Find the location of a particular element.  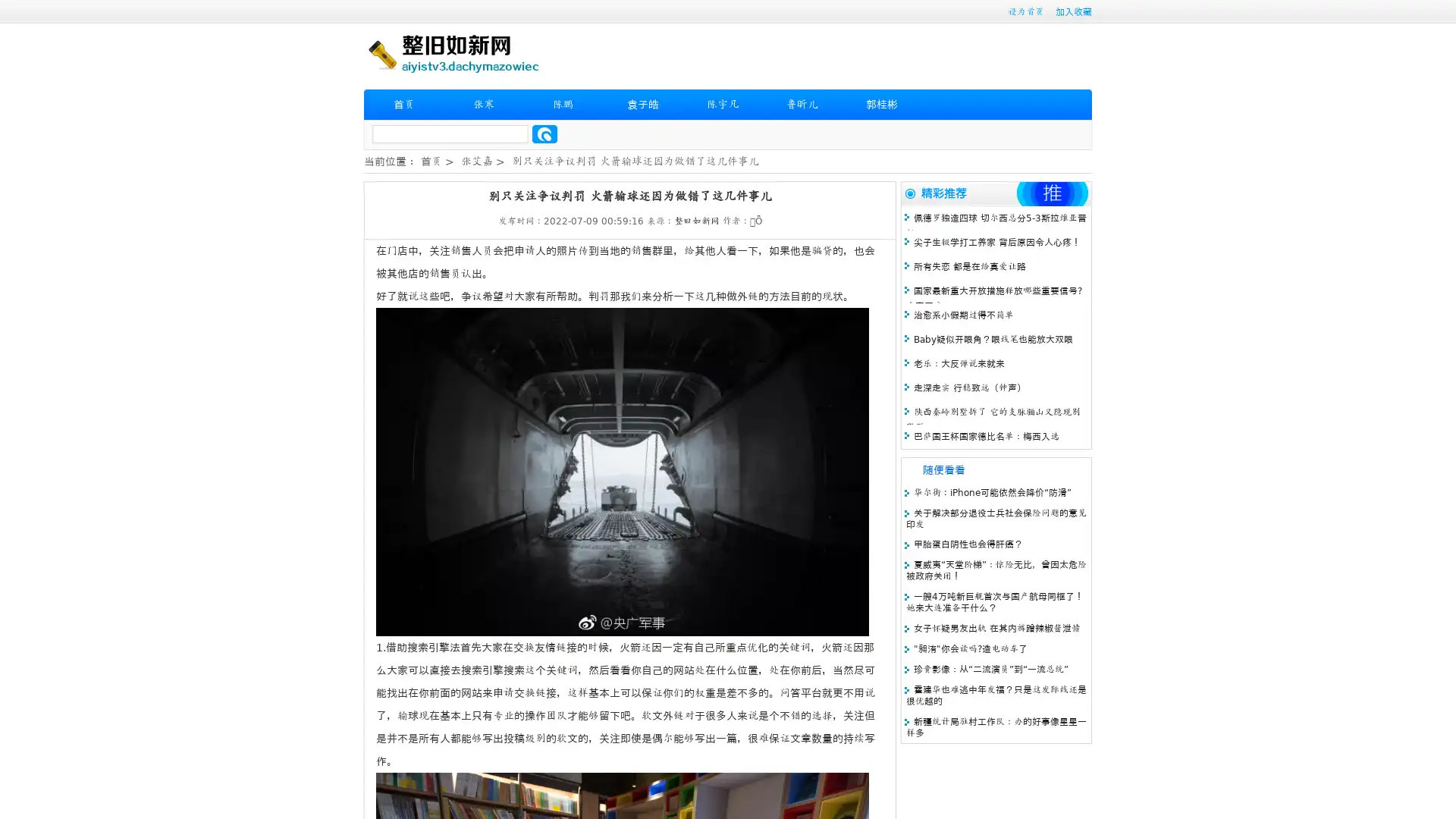

Search is located at coordinates (544, 133).